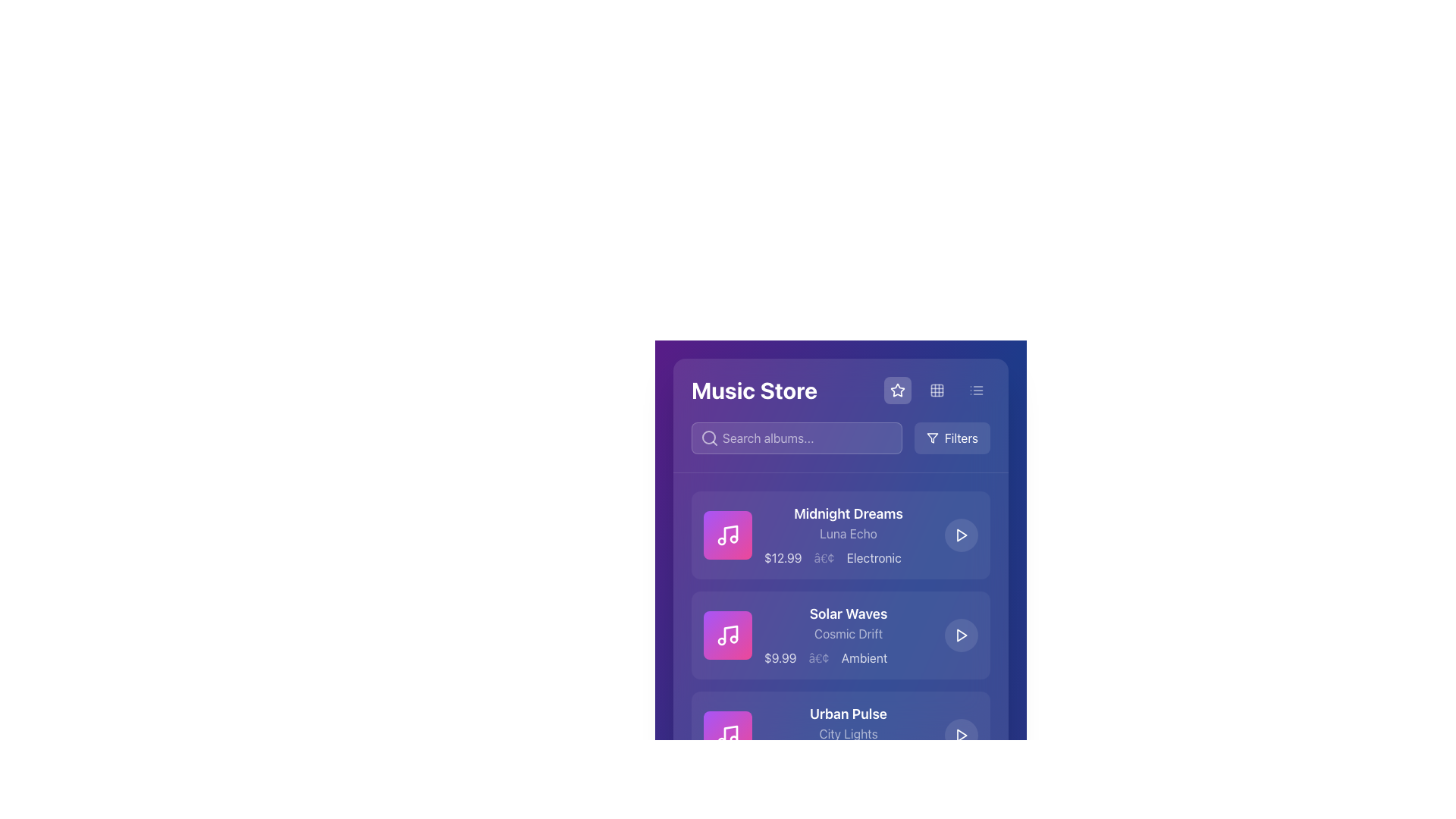  Describe the element at coordinates (847, 734) in the screenshot. I see `the information display block for the music album or track to enable accessibility features` at that location.